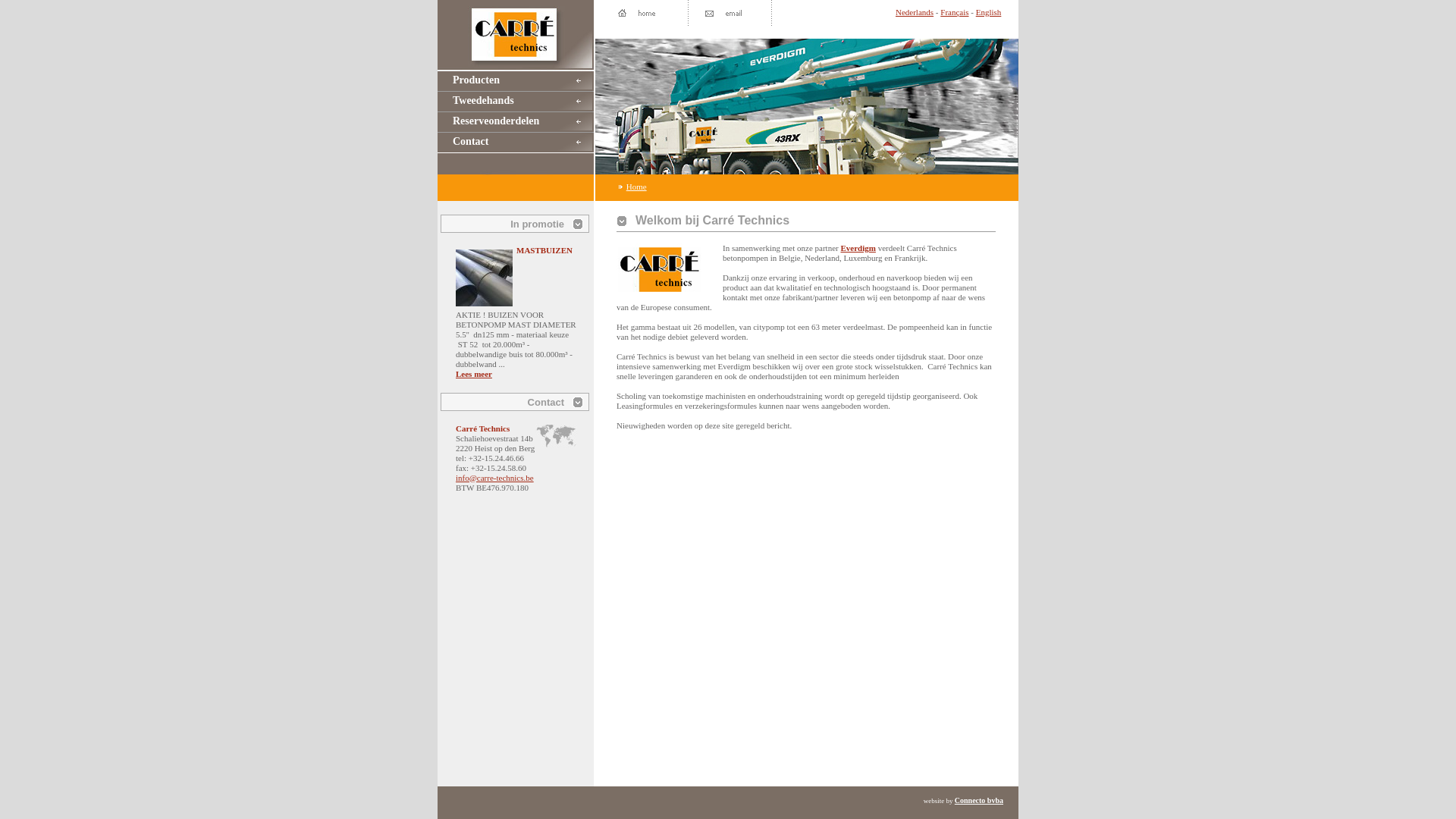  I want to click on 'Reserveonderdelen', so click(516, 121).